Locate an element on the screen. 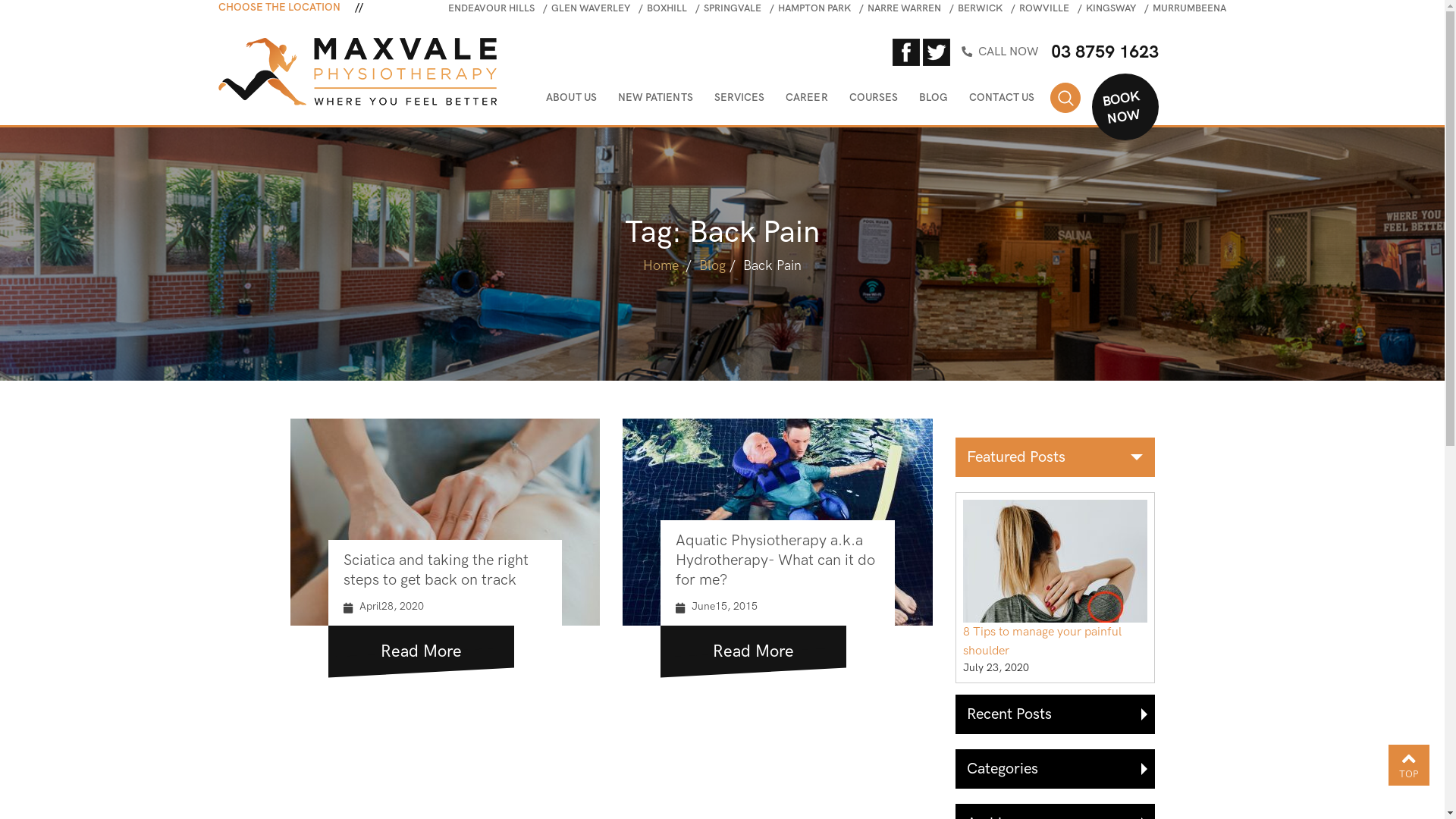  'Recent Posts' is located at coordinates (1054, 714).